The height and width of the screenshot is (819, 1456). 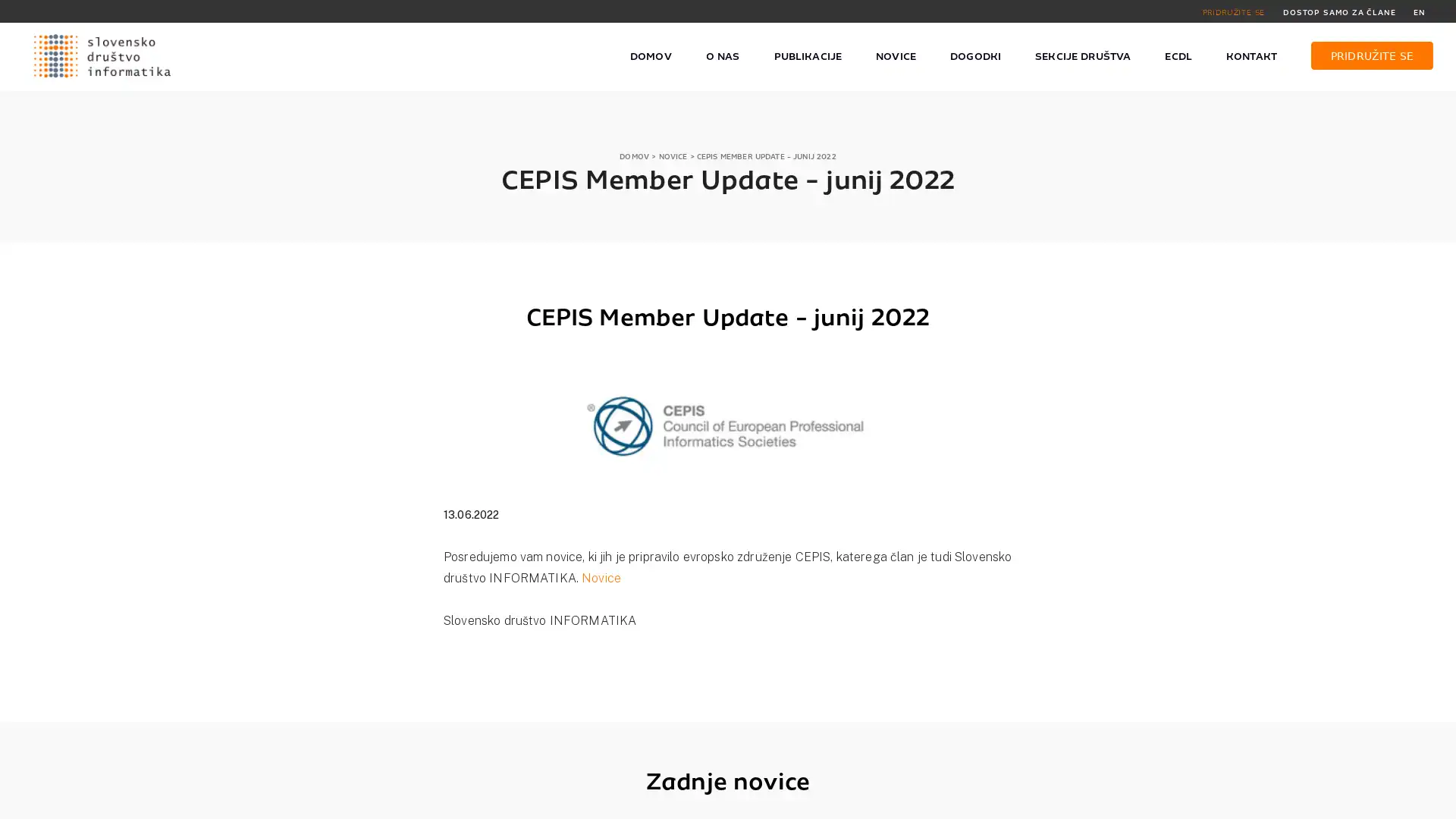 I want to click on Uredi piskotke, so click(x=1077, y=799).